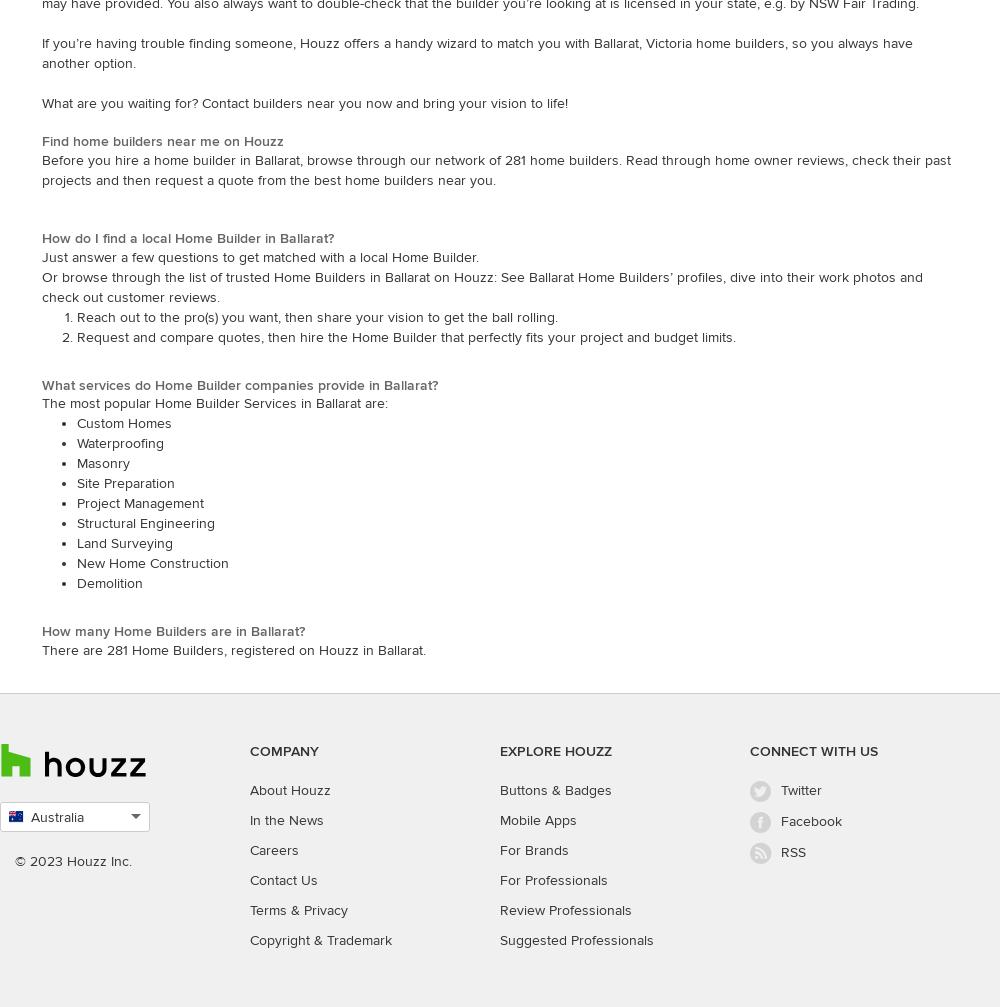  What do you see at coordinates (250, 750) in the screenshot?
I see `'COMPANY'` at bounding box center [250, 750].